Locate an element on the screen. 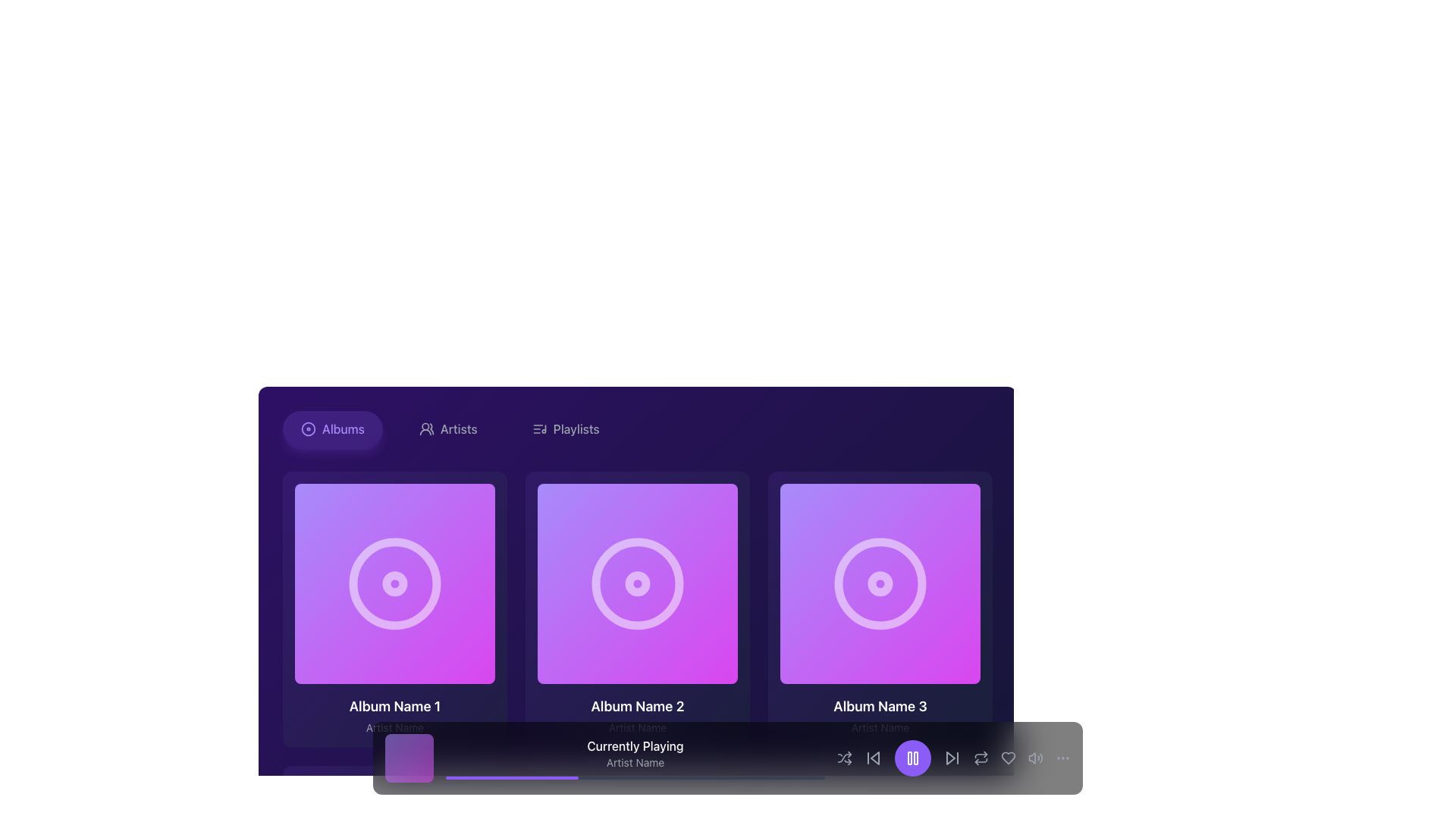  the album cover element, which is a square region with a gradient from violet to fuchsia and contains a circular disc icon is located at coordinates (395, 583).